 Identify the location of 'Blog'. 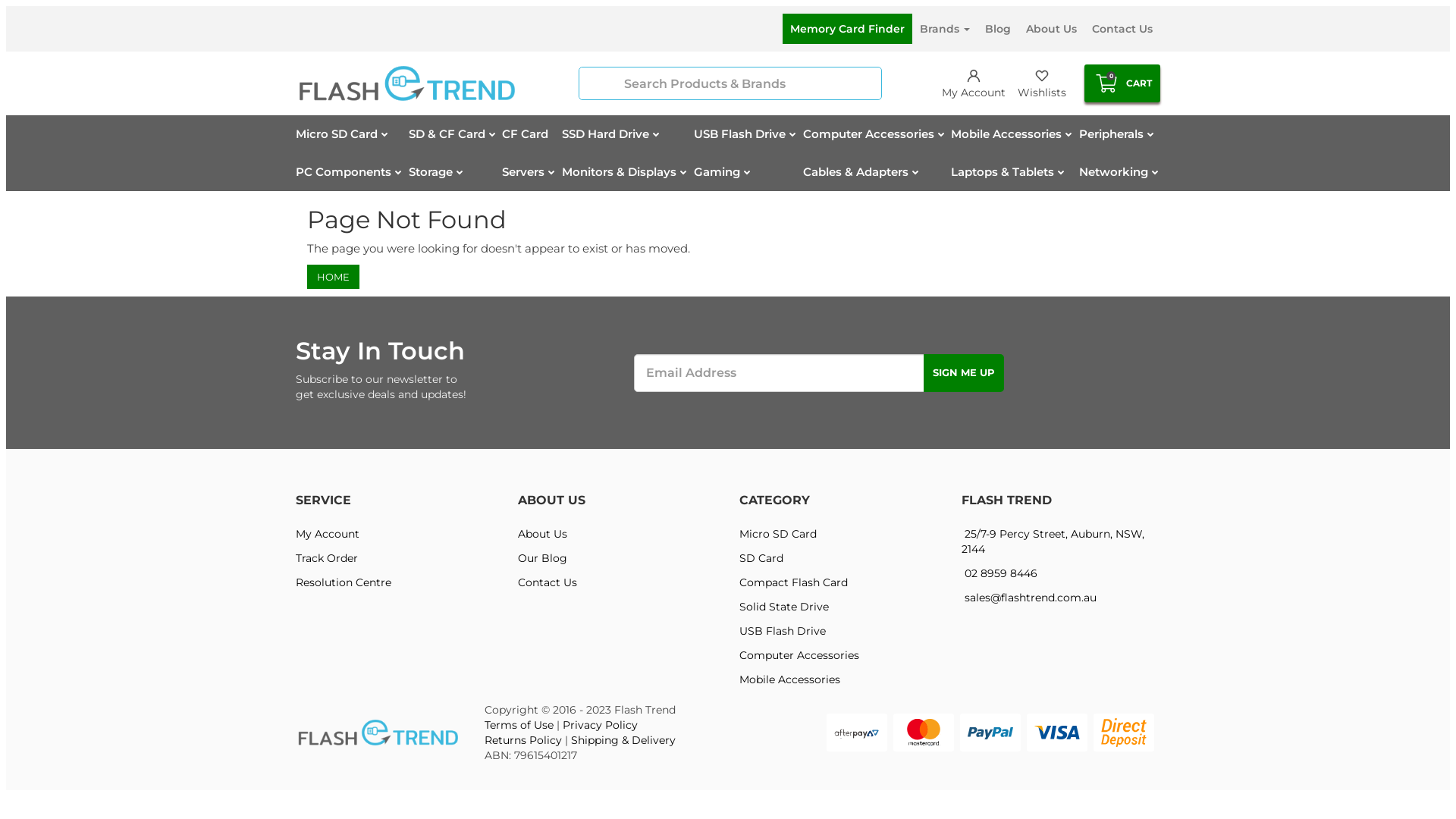
(997, 29).